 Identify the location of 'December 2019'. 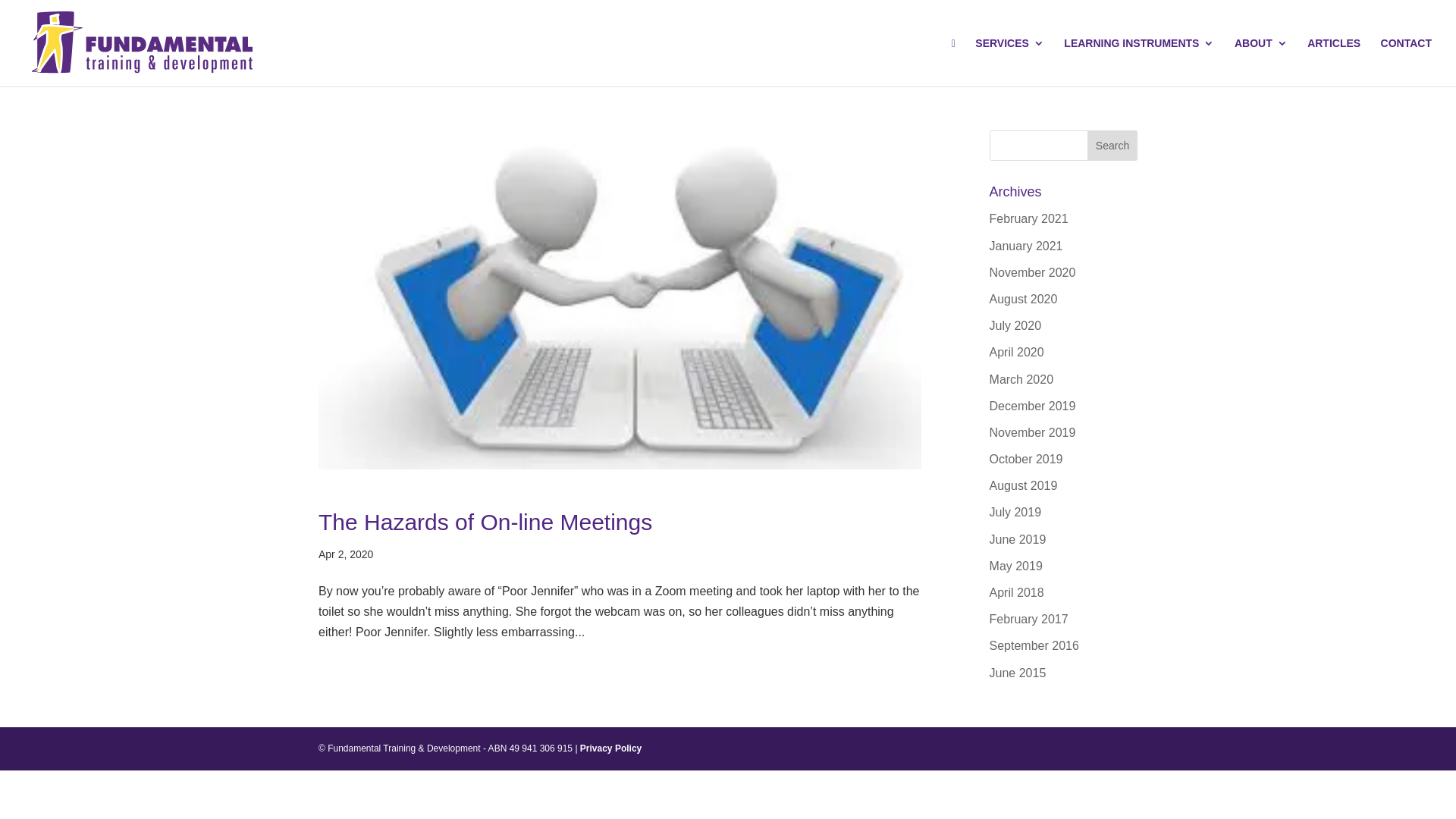
(990, 405).